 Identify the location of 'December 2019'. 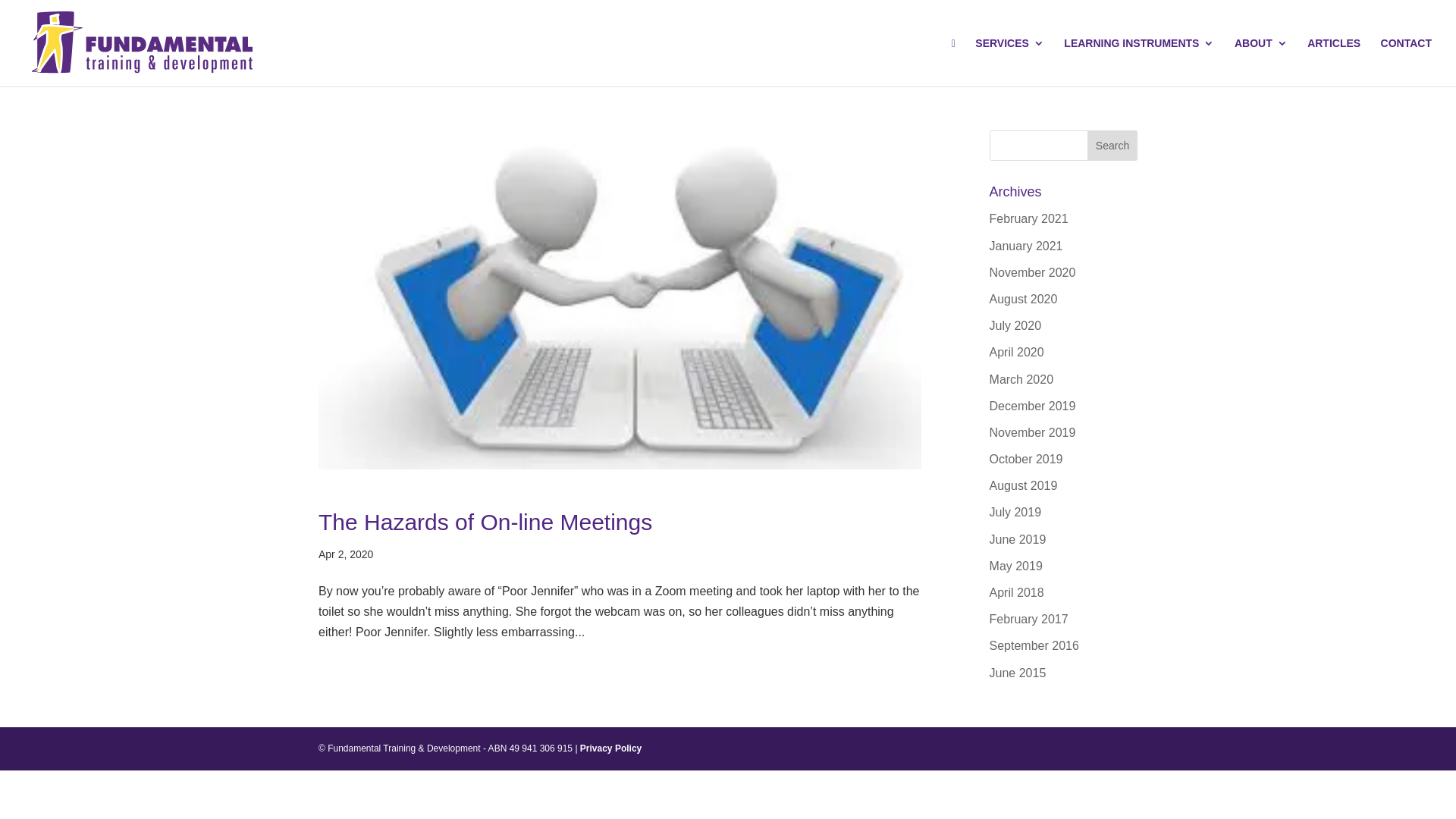
(990, 405).